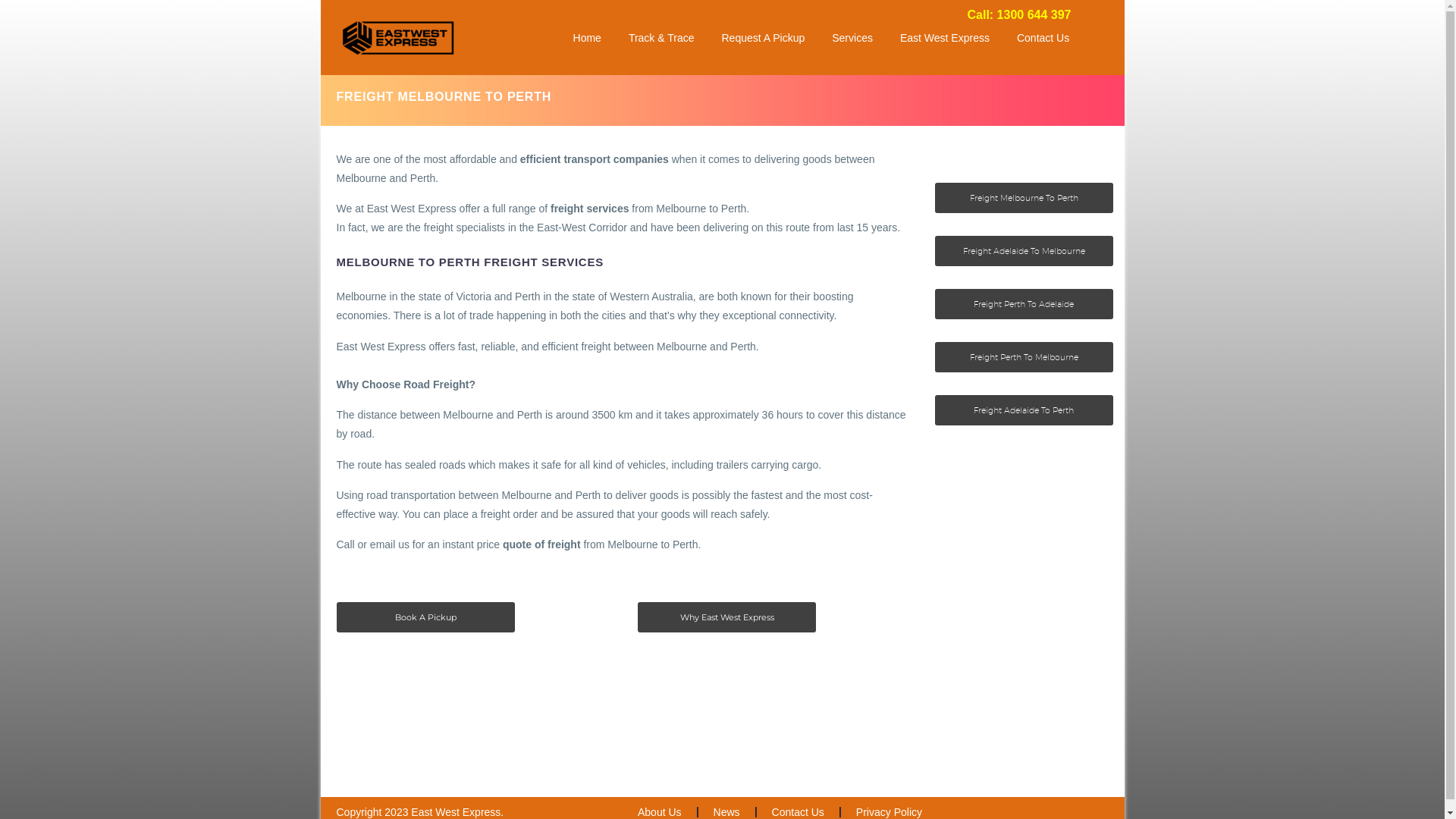  I want to click on 'Book A Pickup', so click(425, 617).